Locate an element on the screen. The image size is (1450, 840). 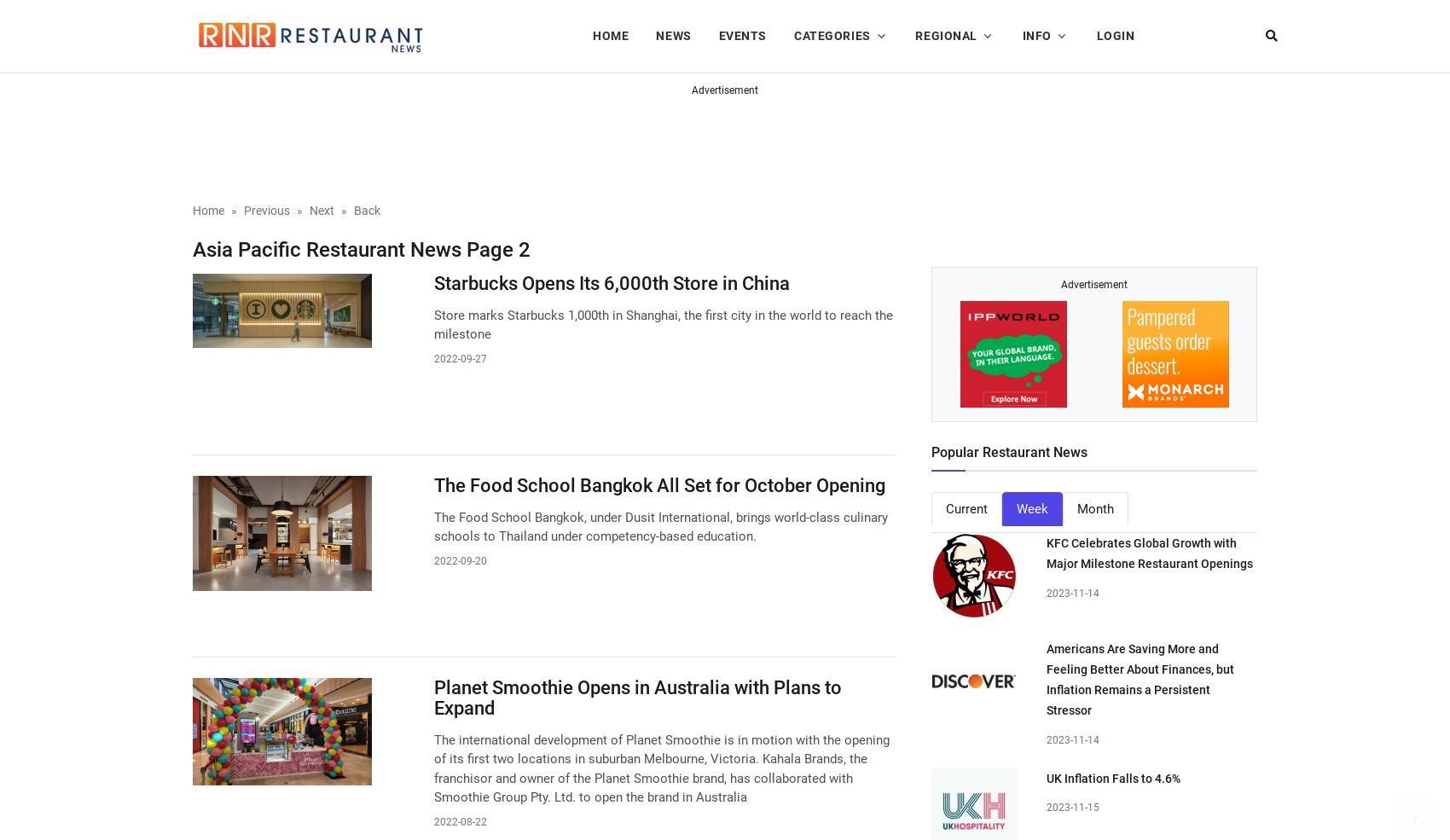
'Financial' is located at coordinates (773, 112).